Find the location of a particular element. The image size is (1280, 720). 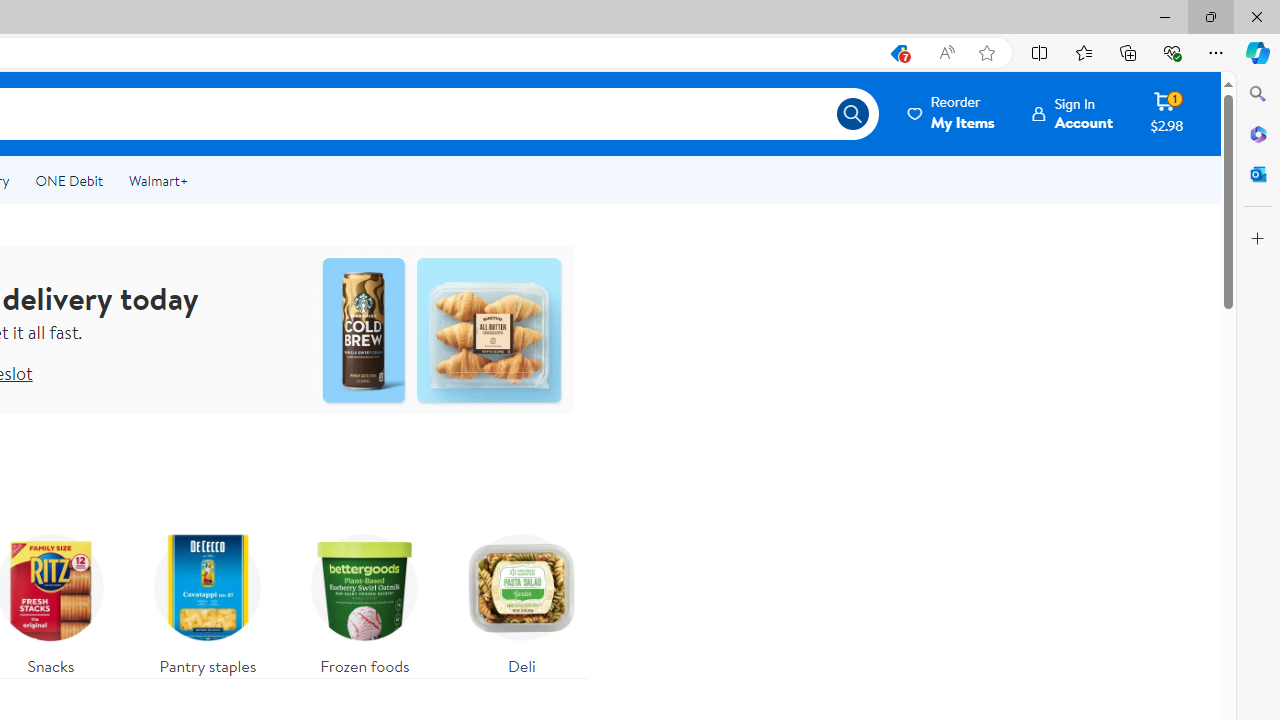

'Deli' is located at coordinates (521, 598).